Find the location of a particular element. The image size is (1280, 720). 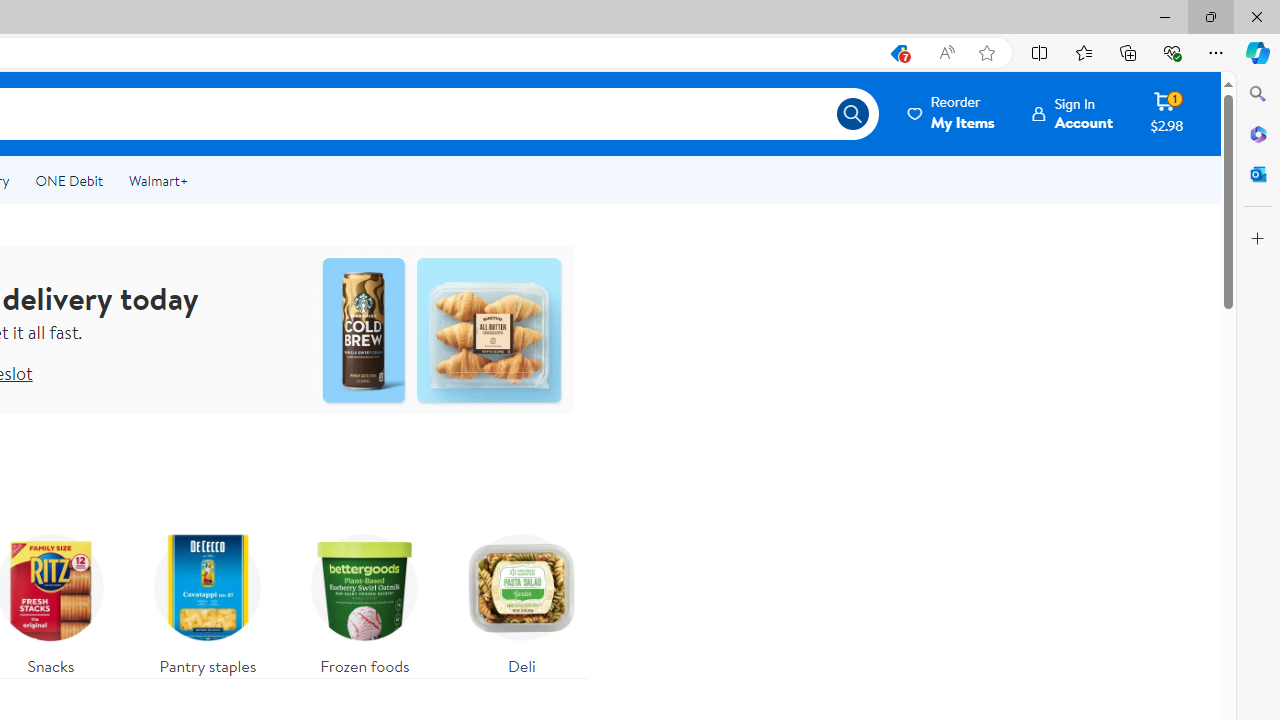

'Deli' is located at coordinates (521, 598).